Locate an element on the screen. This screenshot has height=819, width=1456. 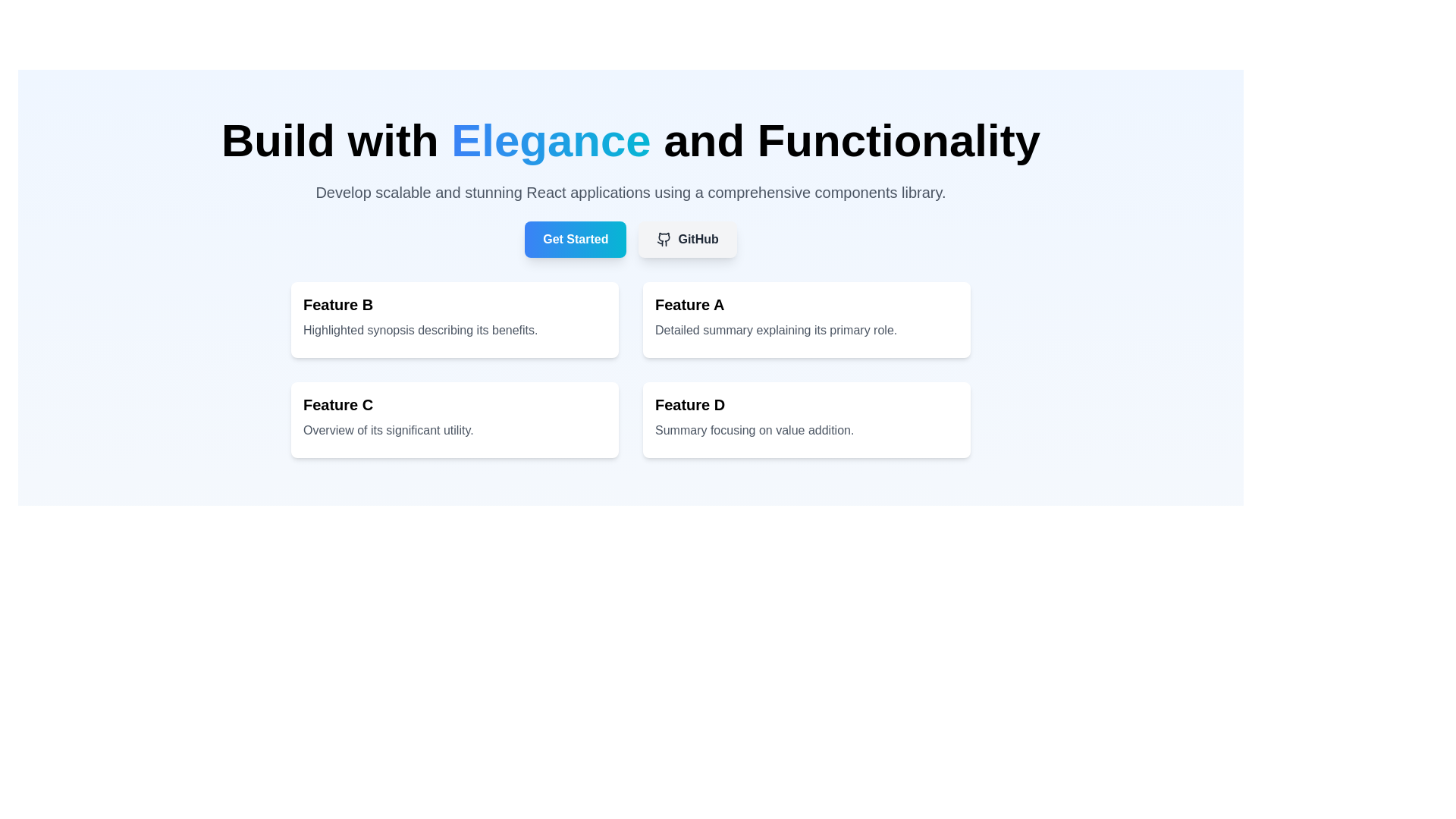
the navigation button that links to the external GitHub repository, located to the right of the 'Get Started' button is located at coordinates (687, 239).